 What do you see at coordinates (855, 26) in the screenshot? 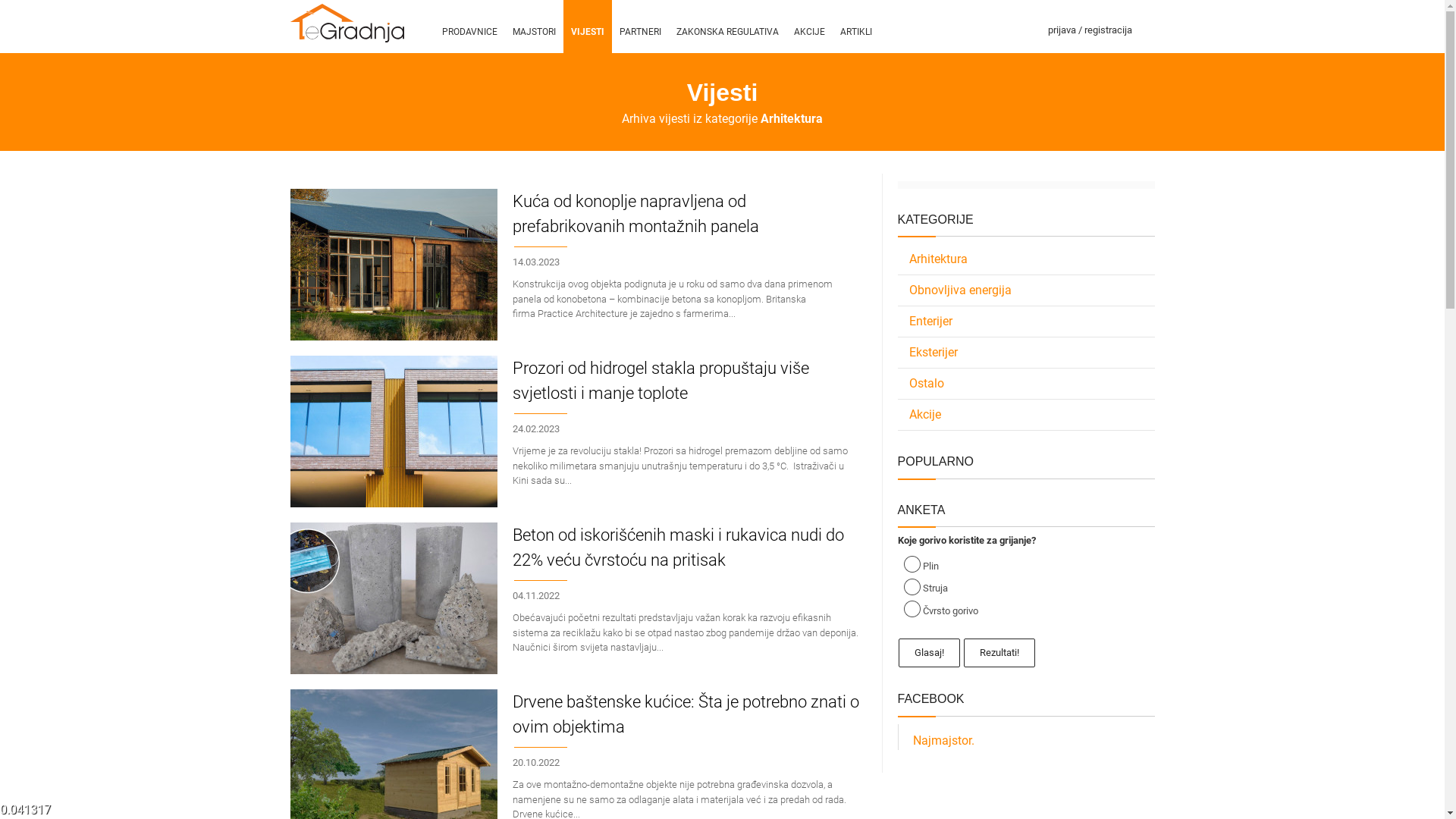
I see `'ARTIKLI'` at bounding box center [855, 26].